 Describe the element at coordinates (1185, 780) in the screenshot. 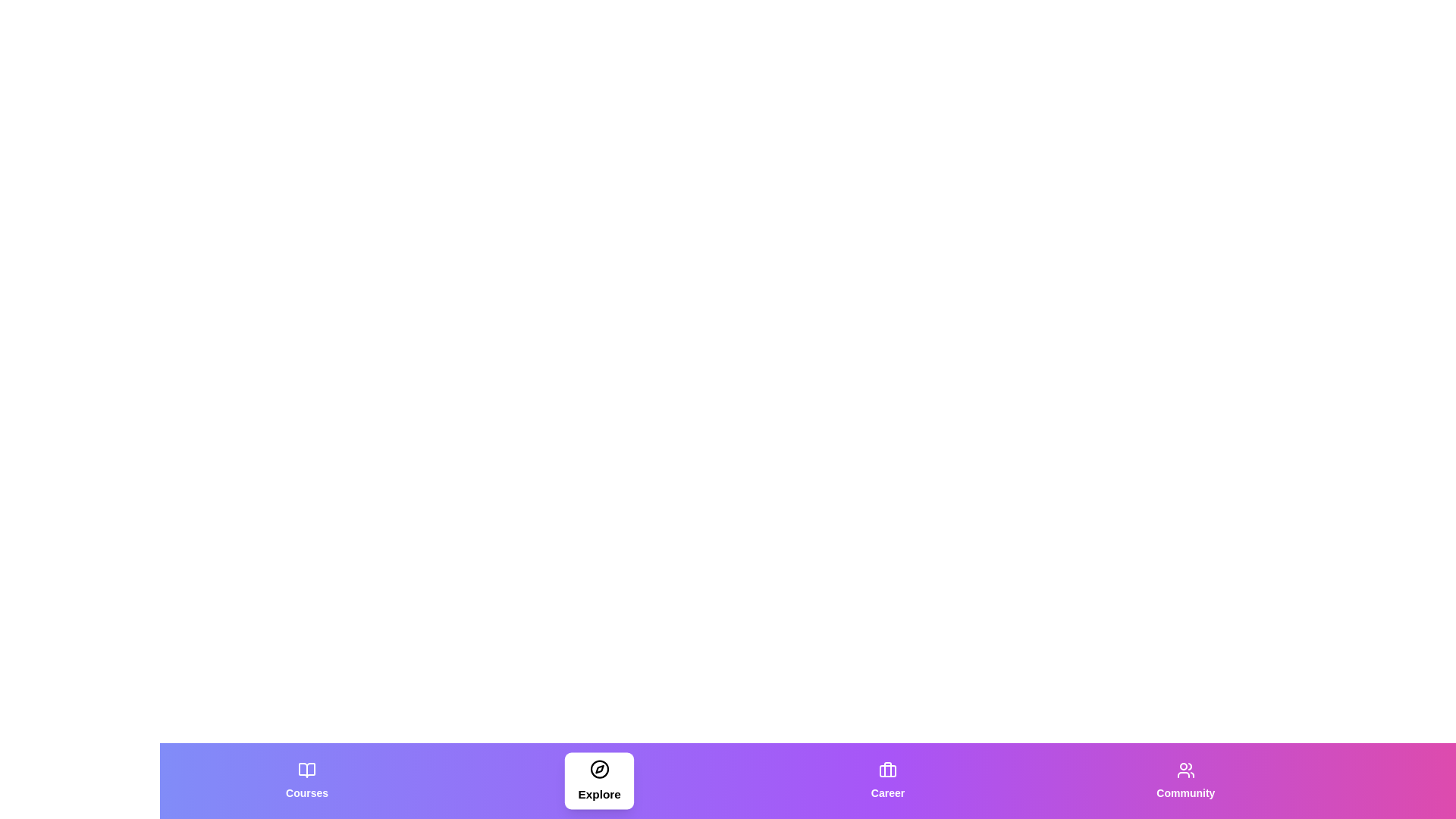

I see `the tab labeled Community to observe its hover effect` at that location.